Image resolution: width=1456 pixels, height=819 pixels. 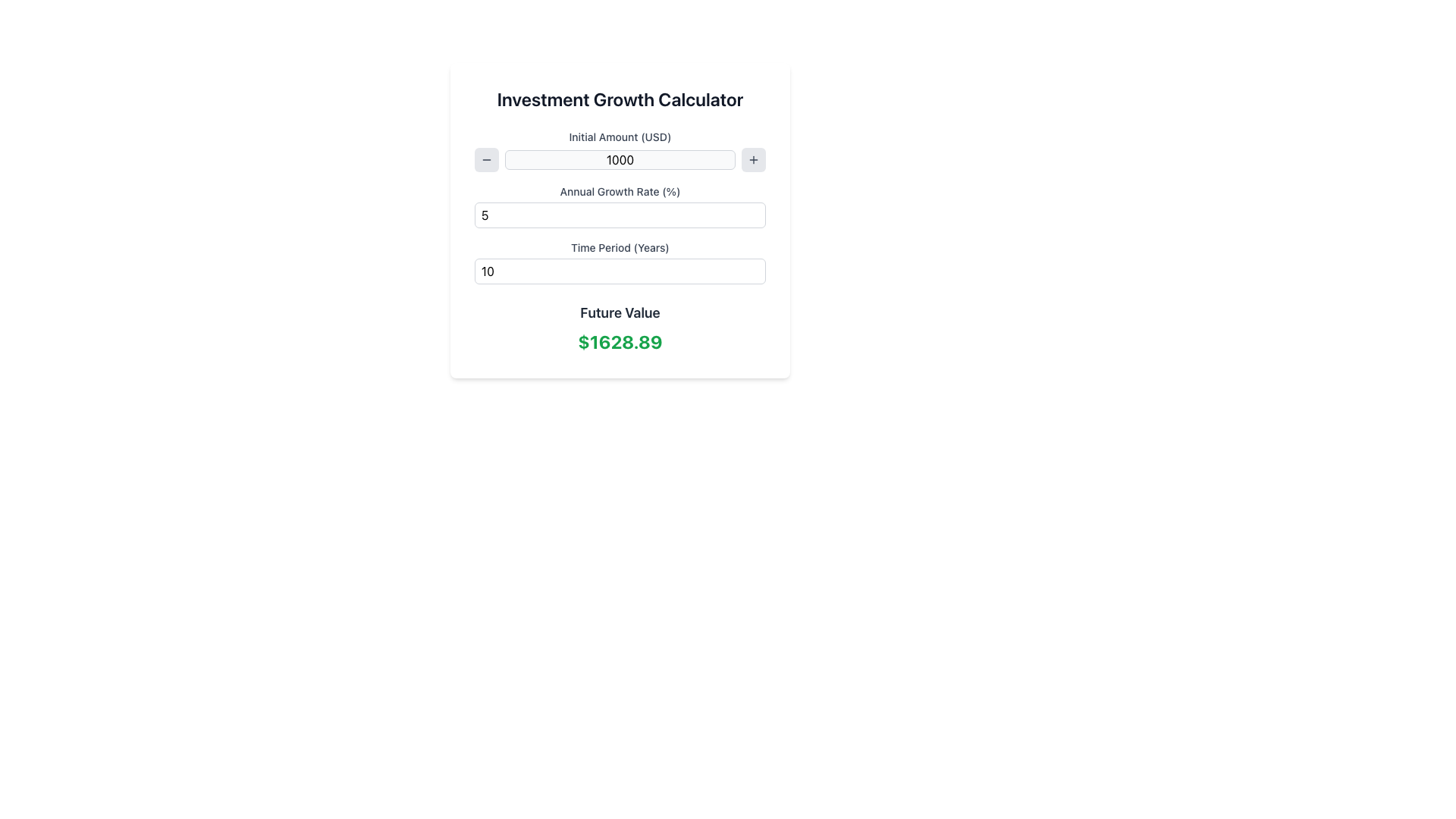 I want to click on the increment button located to the right of the numeric input field displaying '1000', so click(x=753, y=160).